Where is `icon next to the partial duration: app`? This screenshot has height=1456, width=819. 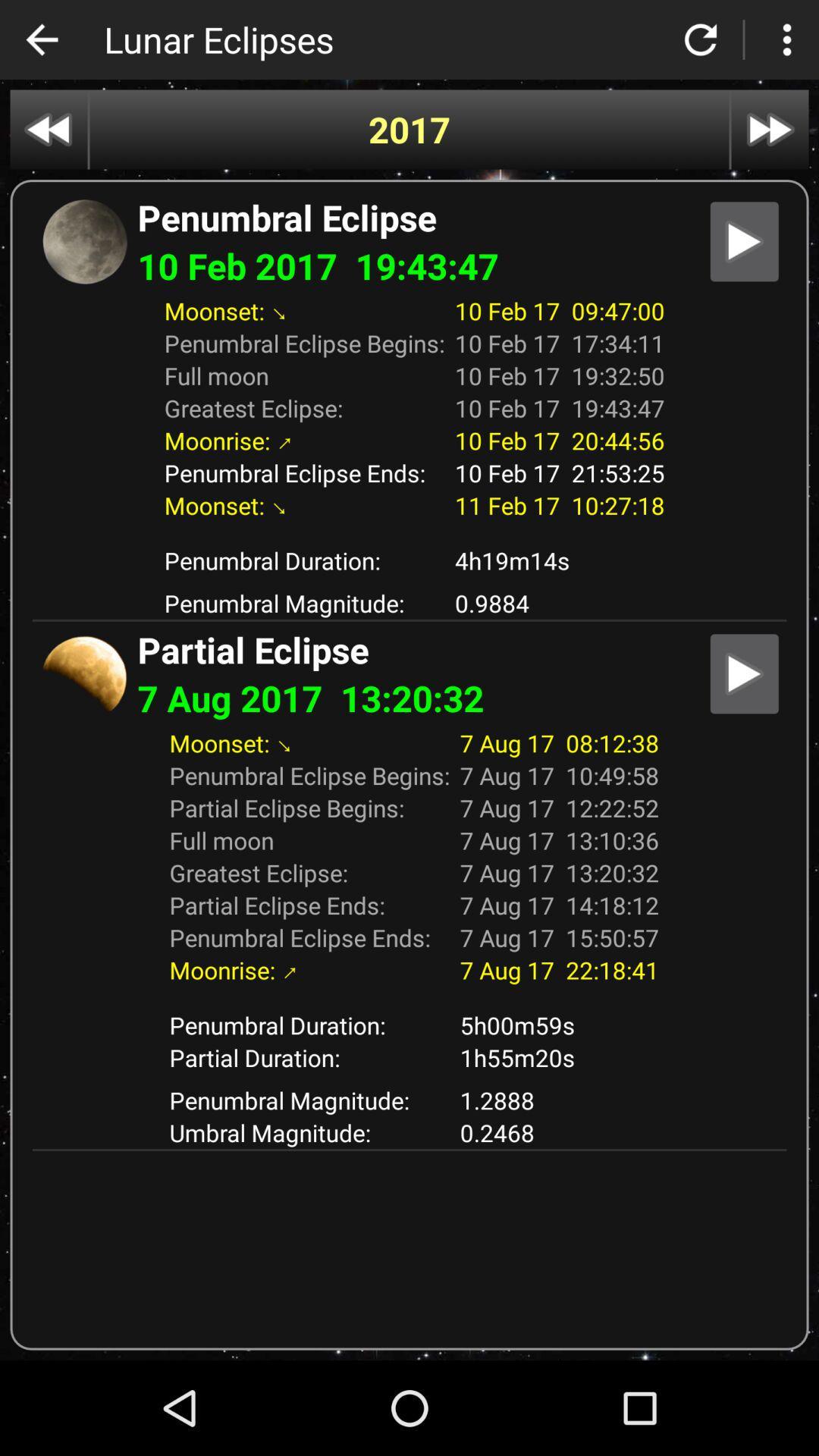
icon next to the partial duration: app is located at coordinates (559, 1100).